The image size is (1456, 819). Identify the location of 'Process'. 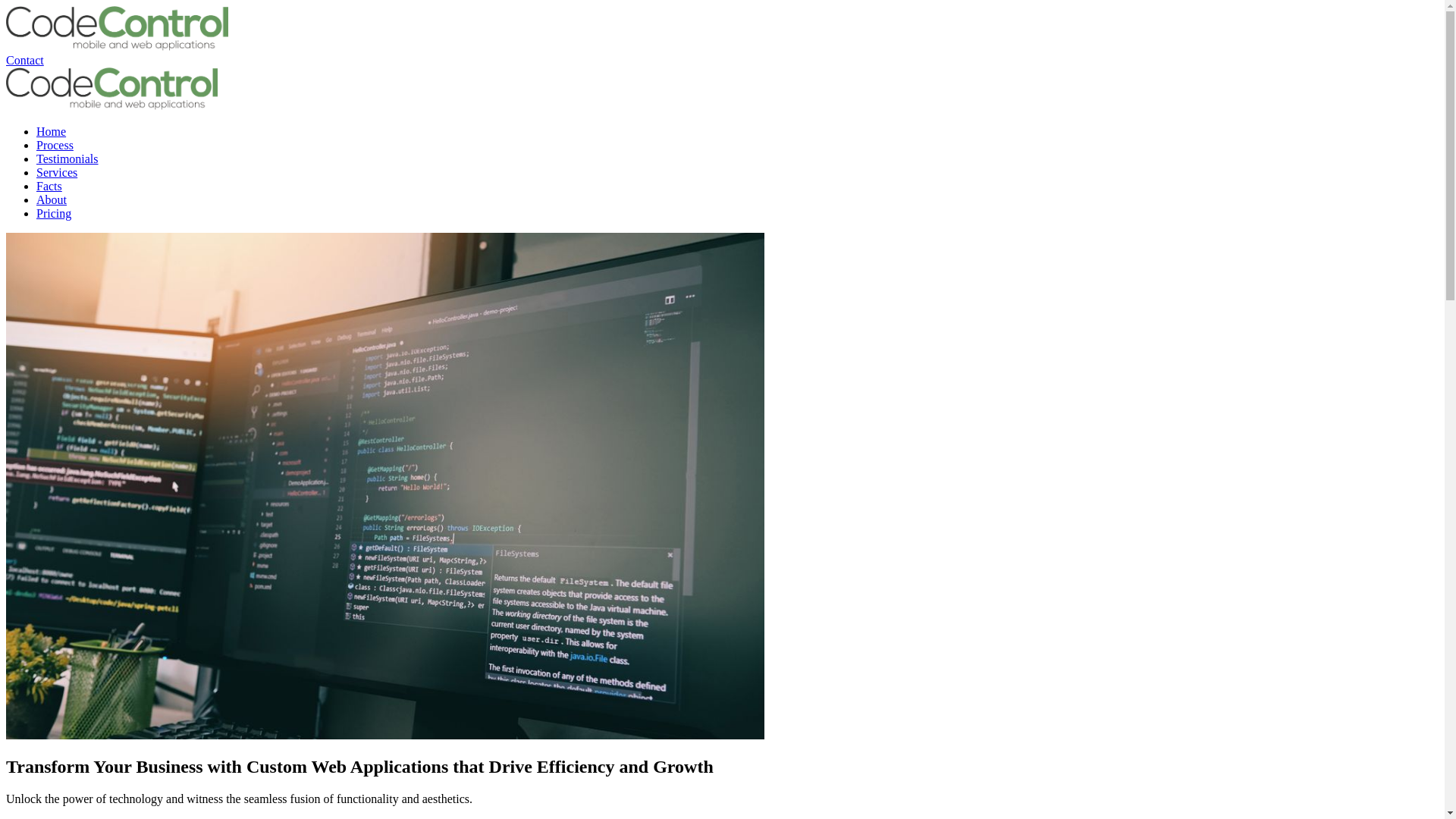
(55, 145).